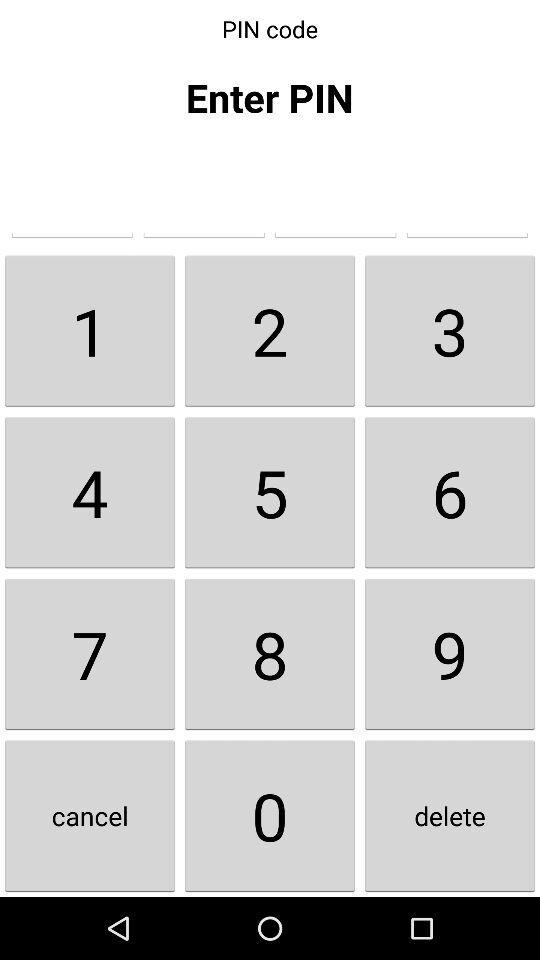 The image size is (540, 960). What do you see at coordinates (270, 816) in the screenshot?
I see `the 0 button` at bounding box center [270, 816].